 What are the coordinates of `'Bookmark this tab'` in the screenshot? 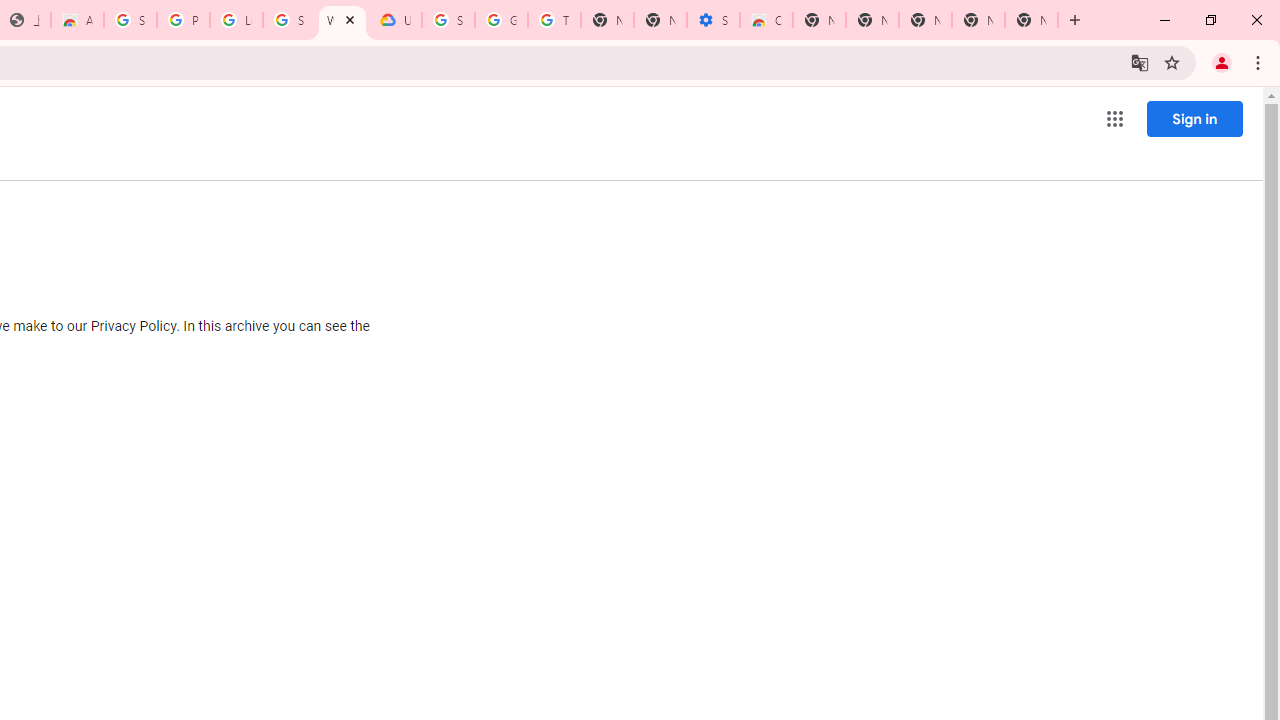 It's located at (1171, 61).